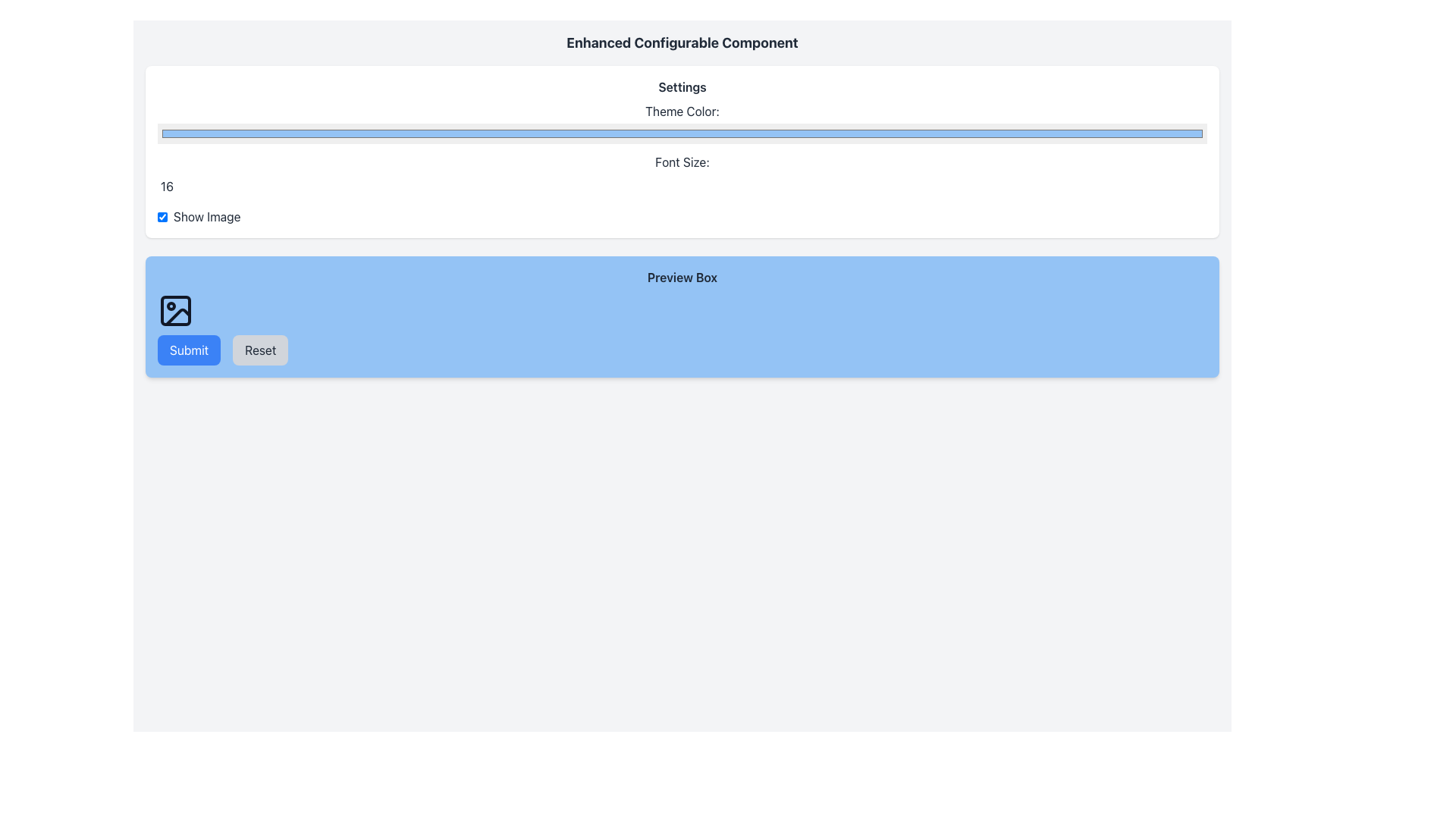  I want to click on the text label reading 'Theme Color:' which is positioned below the 'Settings' heading and above the color picker input in the configuration form, so click(682, 110).